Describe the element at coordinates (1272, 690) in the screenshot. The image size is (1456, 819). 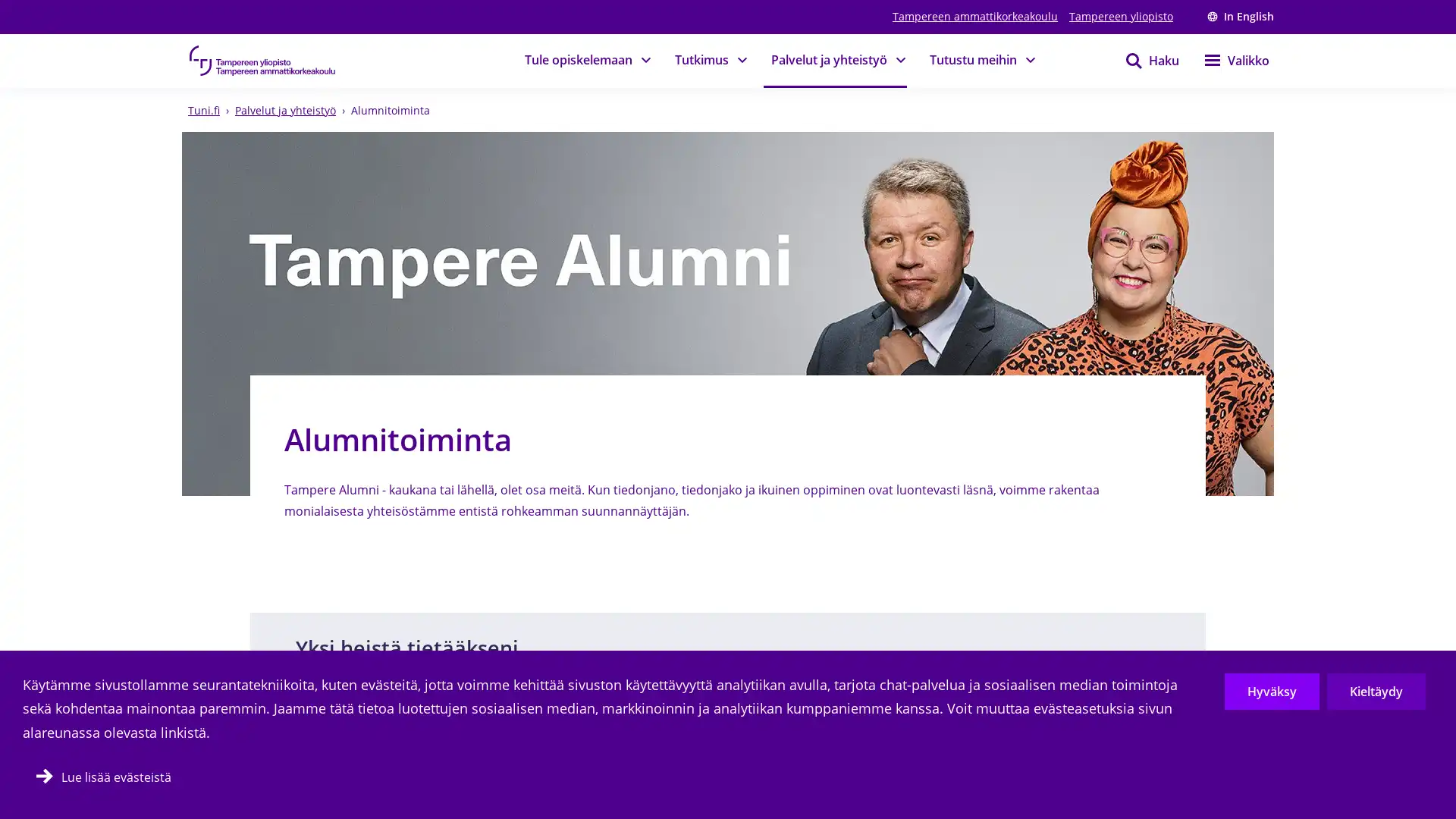
I see `Hyvaksy` at that location.